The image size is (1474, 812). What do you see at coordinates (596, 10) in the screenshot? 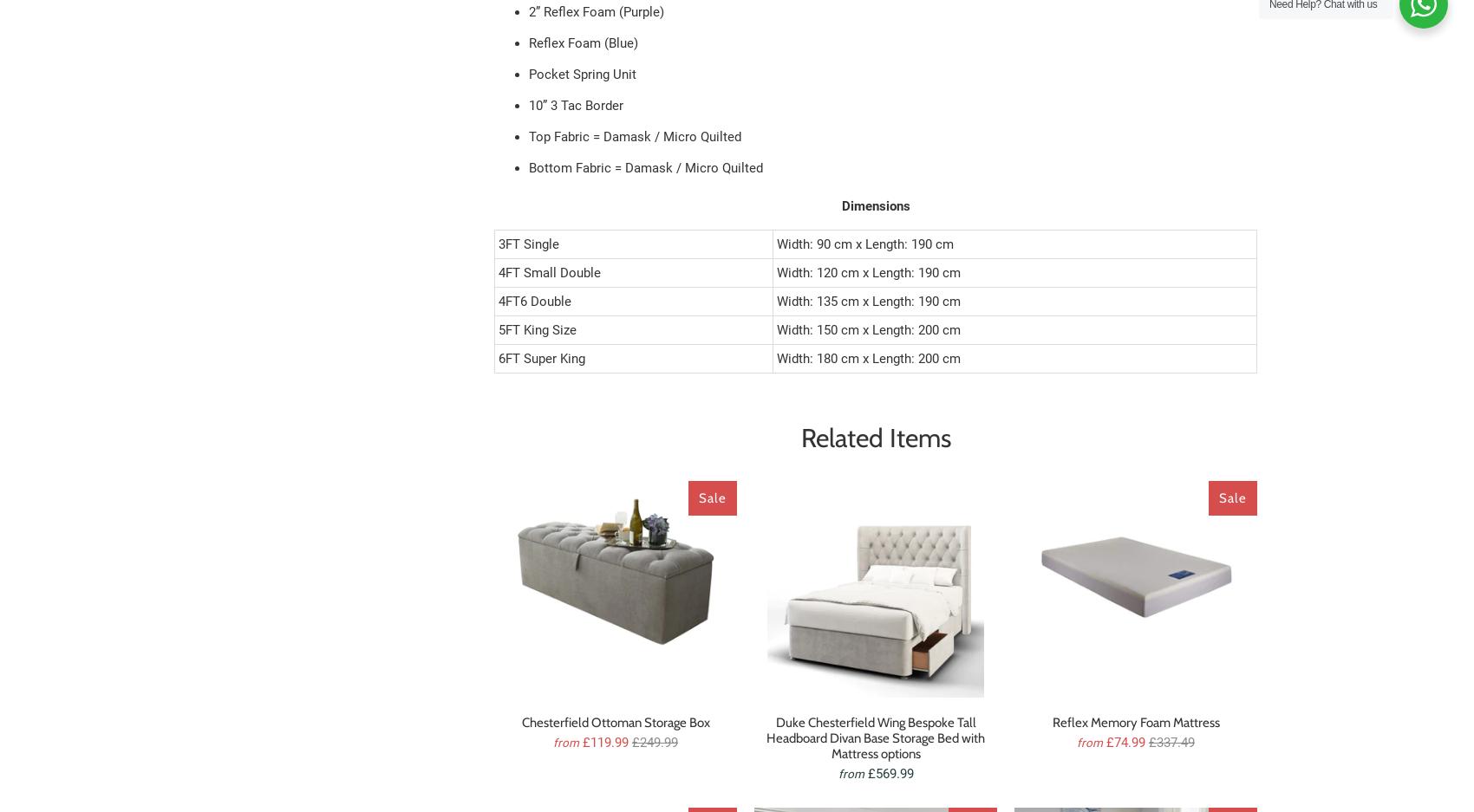
I see `'2” Reflex Foam (Purple)'` at bounding box center [596, 10].